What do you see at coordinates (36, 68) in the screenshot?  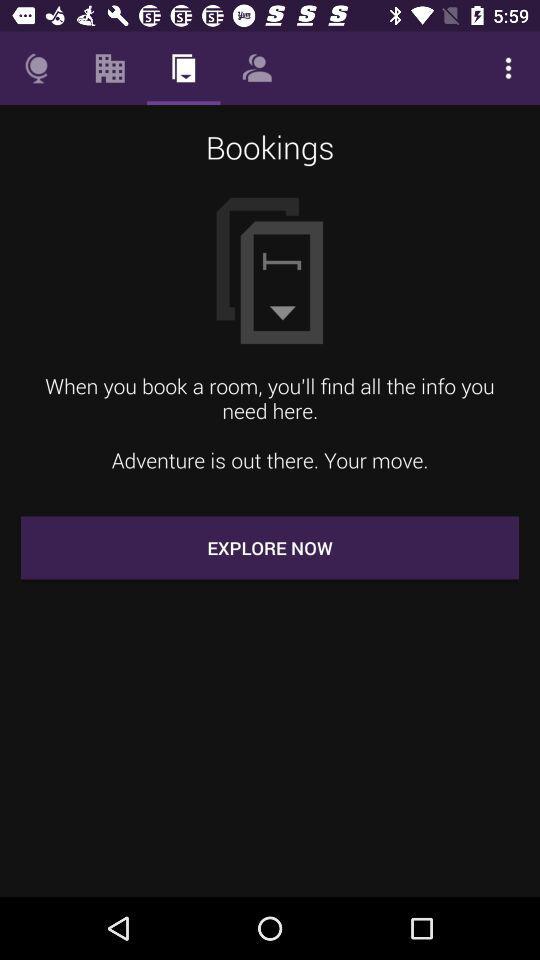 I see `item above the bookings item` at bounding box center [36, 68].